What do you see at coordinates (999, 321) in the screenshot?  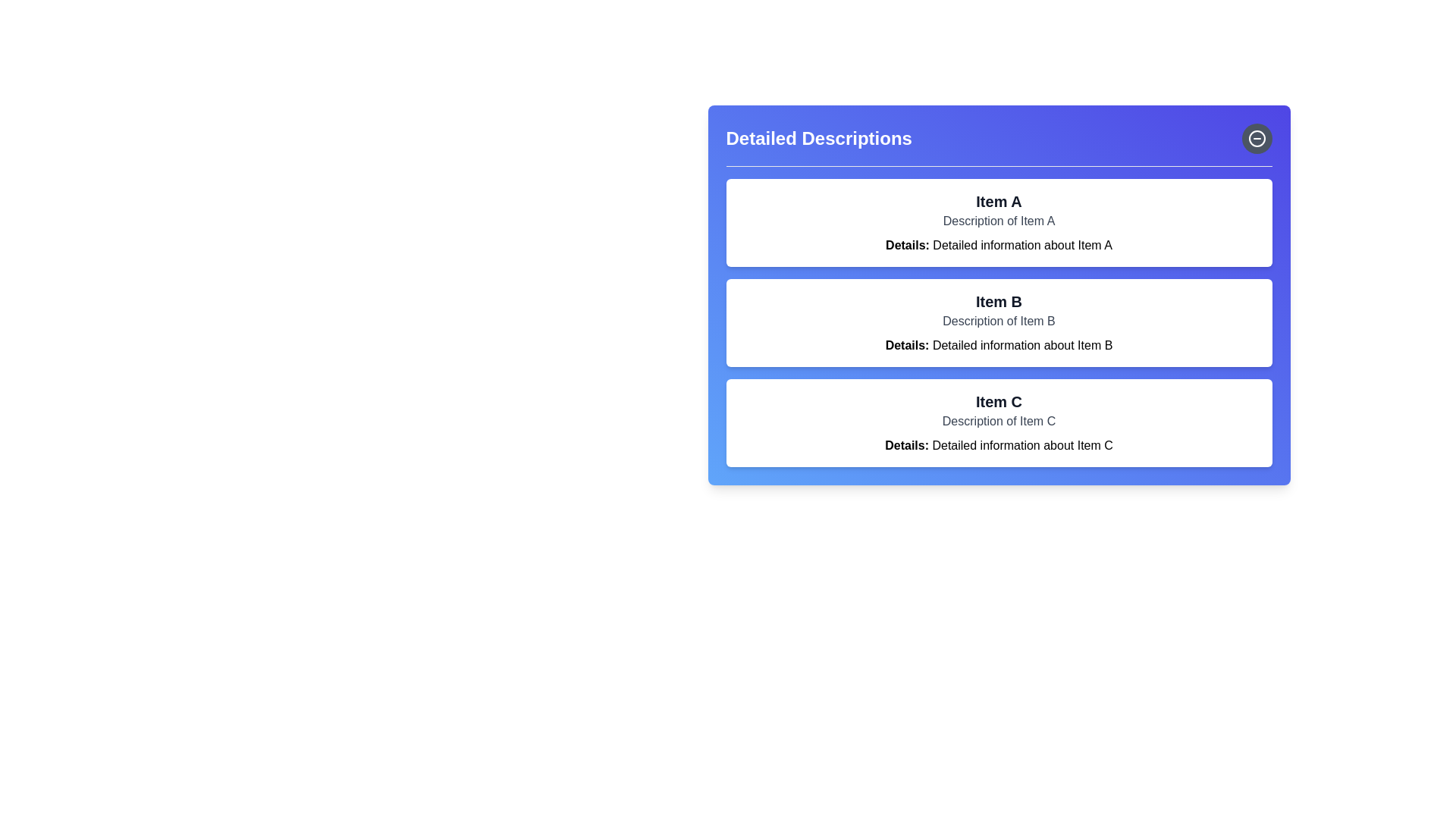 I see `the Text label that provides a concise description for 'Item B', located directly below the heading 'Item B' and above the text starting with 'Details:', within a panel with rounded corners` at bounding box center [999, 321].